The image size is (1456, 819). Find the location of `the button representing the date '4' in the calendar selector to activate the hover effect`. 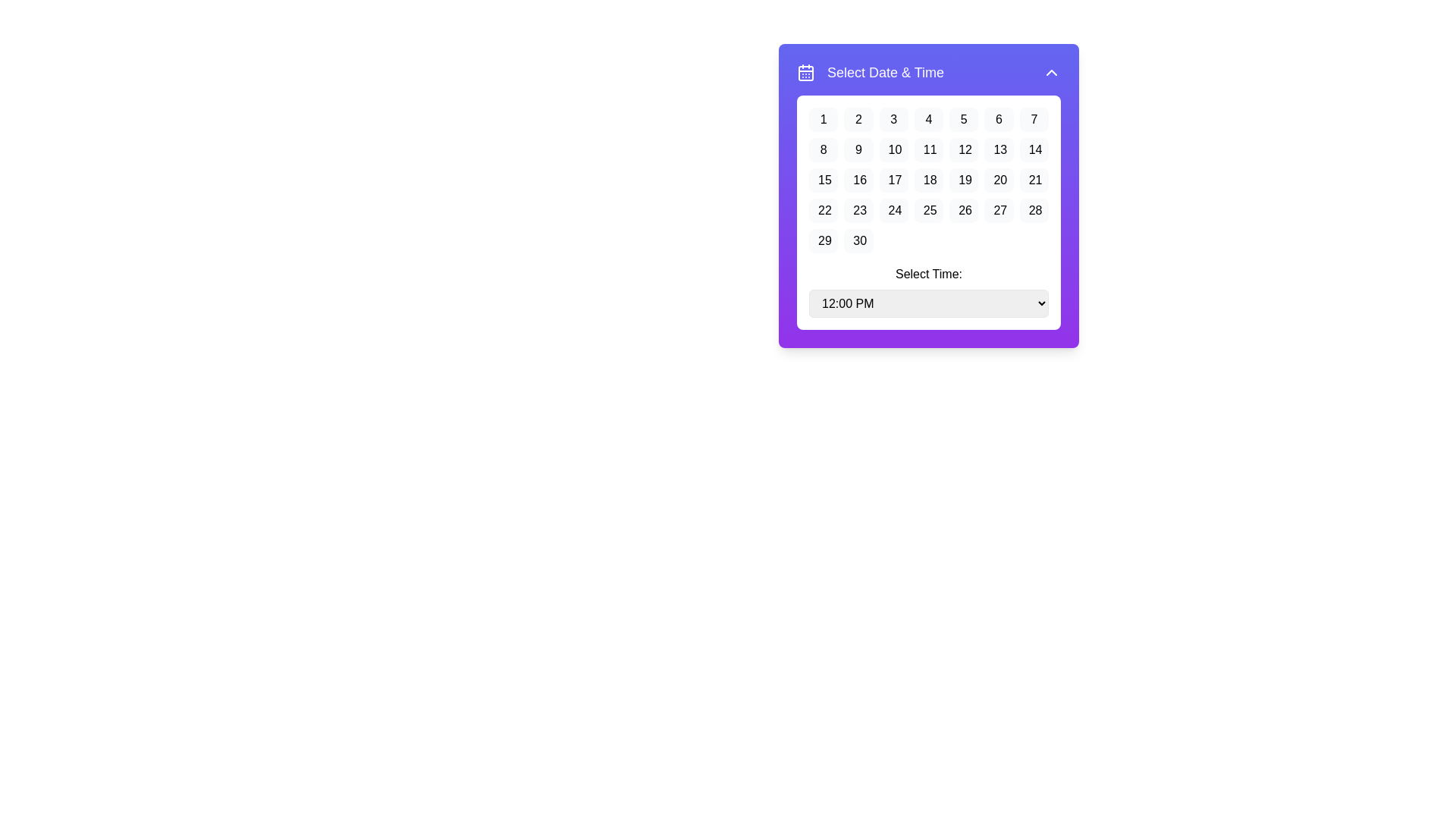

the button representing the date '4' in the calendar selector to activate the hover effect is located at coordinates (927, 119).